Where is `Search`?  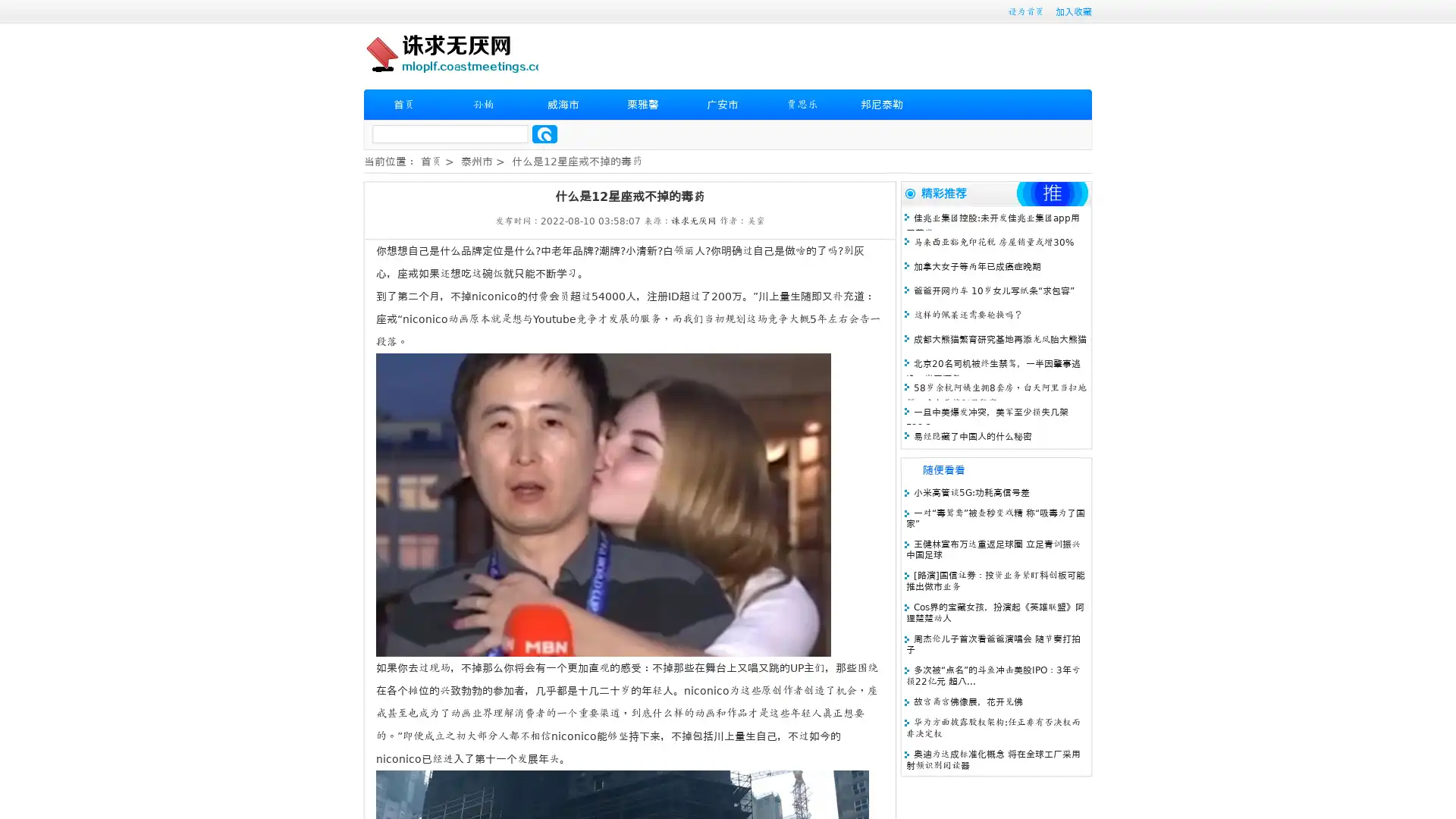 Search is located at coordinates (544, 133).